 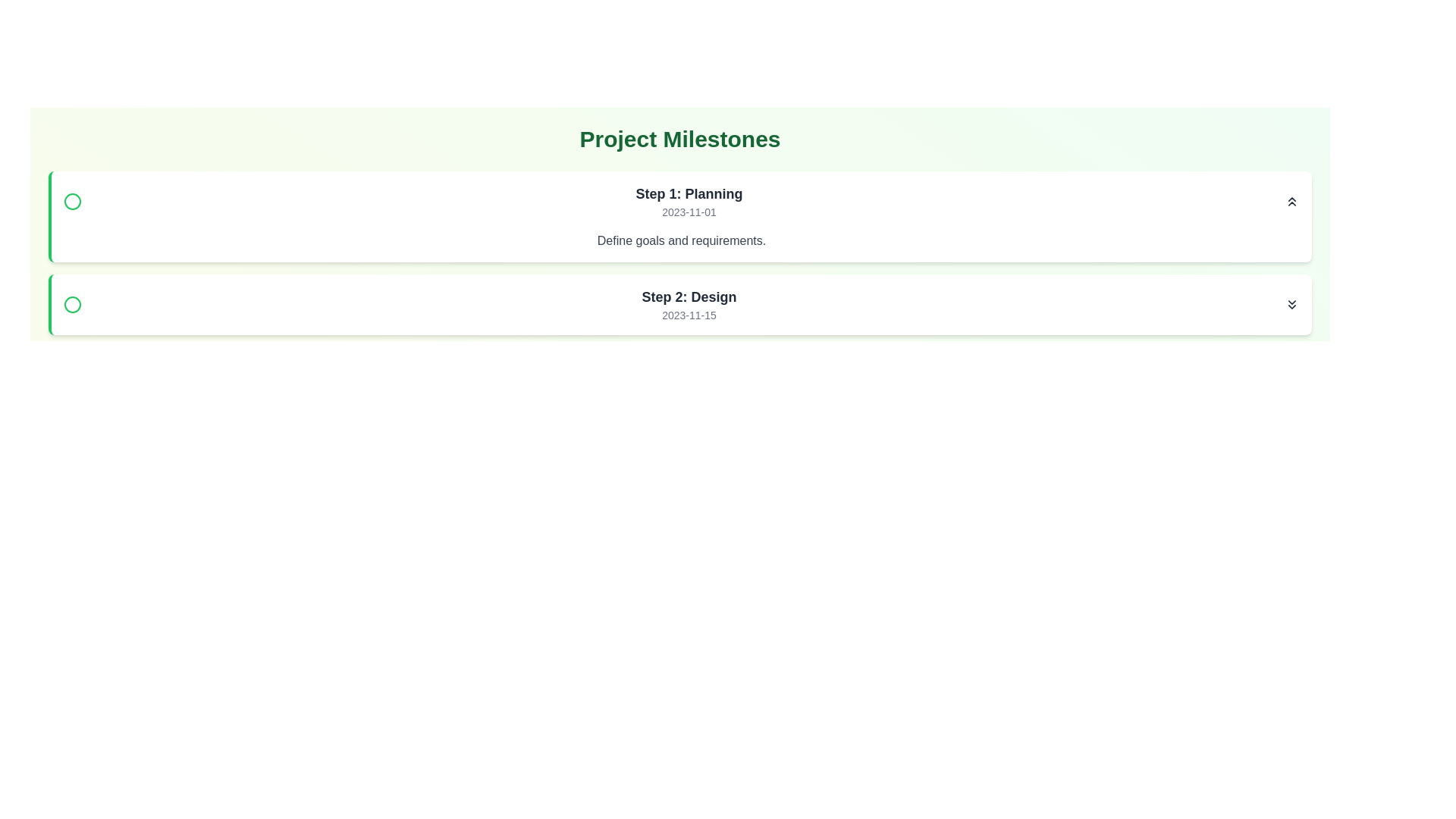 I want to click on the medium-sized green circular outline icon located to the immediate left of the text 'Step 1: Planning', so click(x=72, y=201).